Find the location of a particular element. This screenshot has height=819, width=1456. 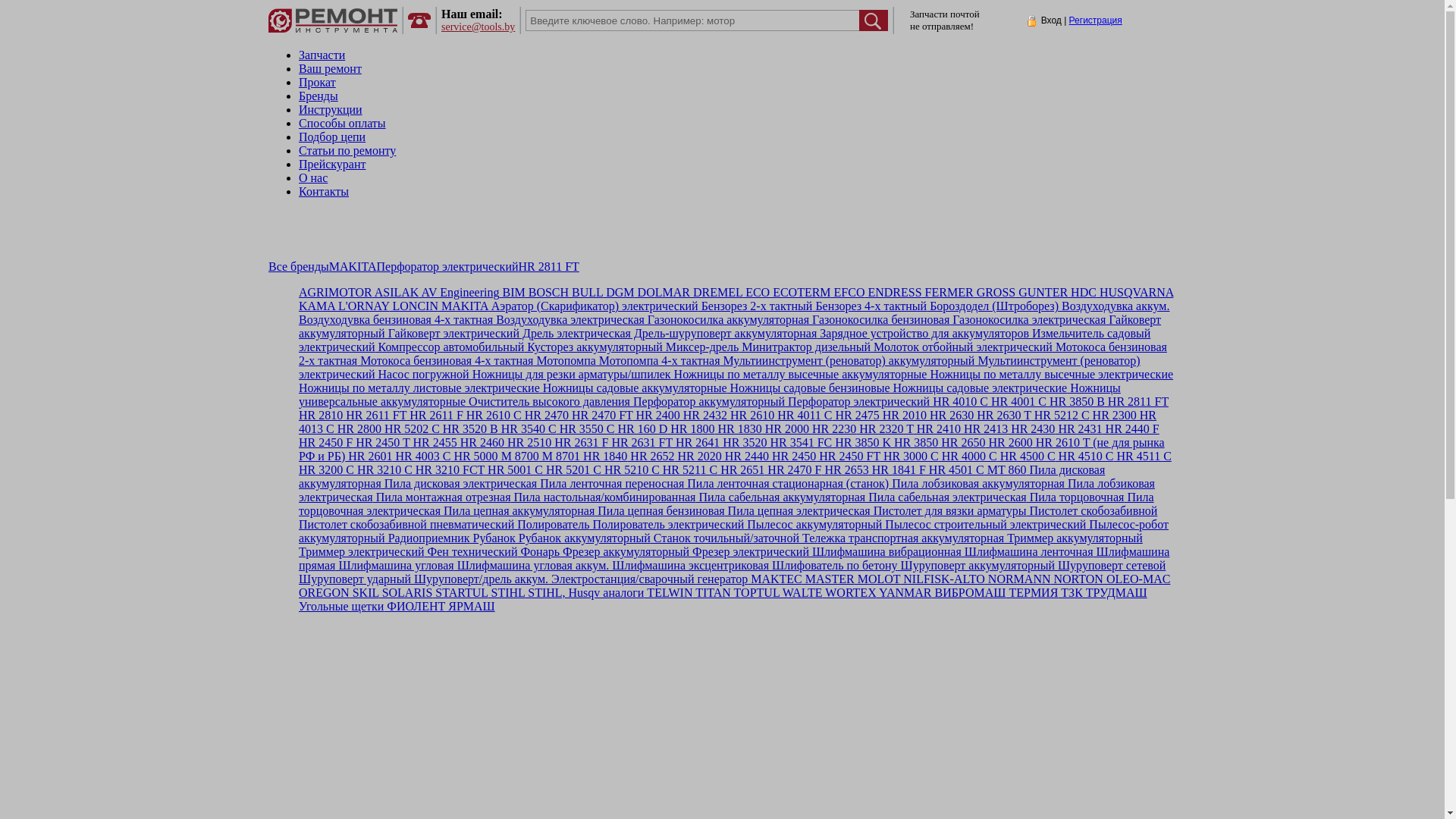

'HR 3210 FCT' is located at coordinates (447, 469).